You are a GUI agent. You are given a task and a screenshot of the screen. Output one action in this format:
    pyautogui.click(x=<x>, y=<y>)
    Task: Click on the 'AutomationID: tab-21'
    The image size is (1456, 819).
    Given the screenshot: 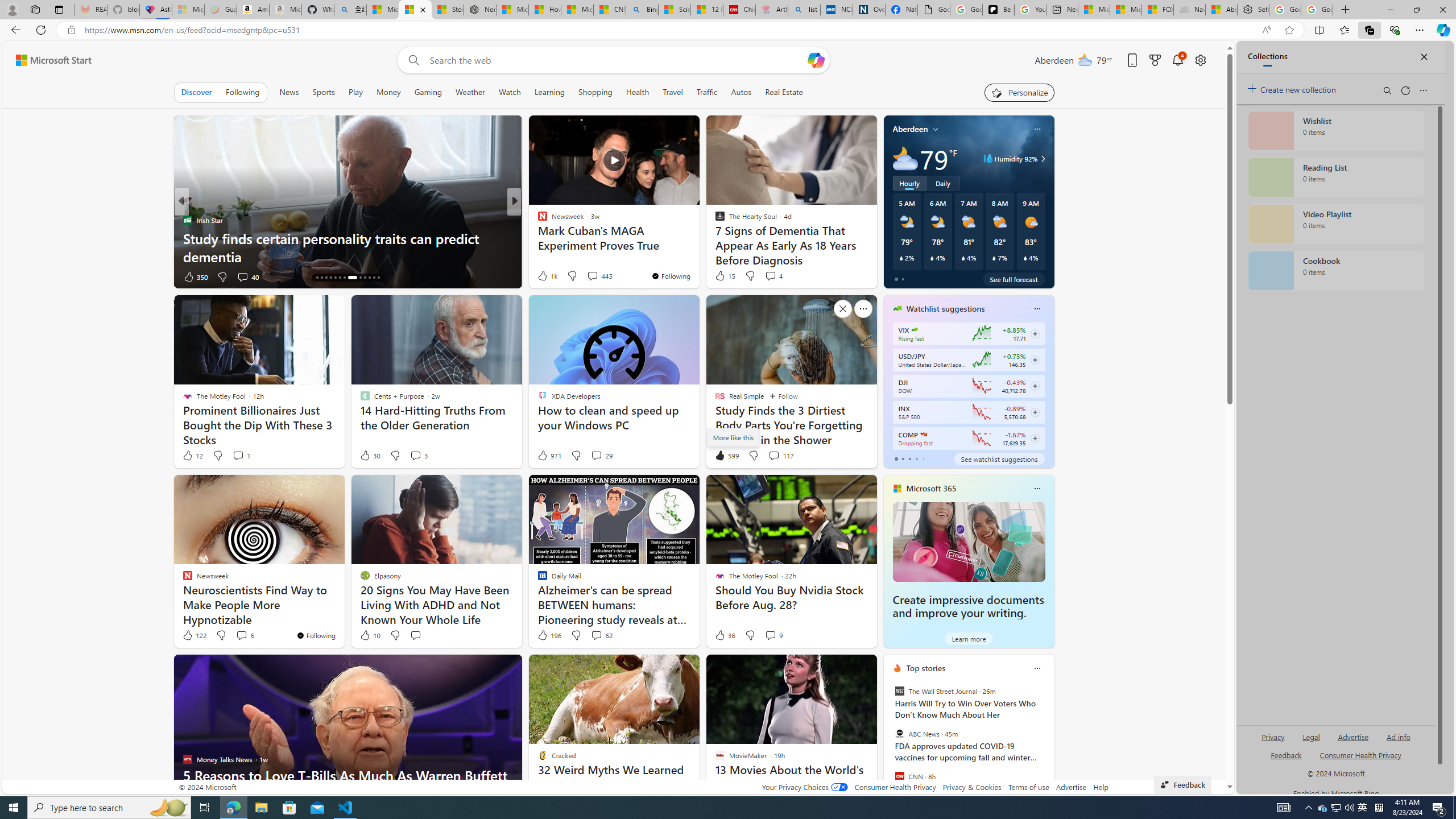 What is the action you would take?
    pyautogui.click(x=352, y=277)
    